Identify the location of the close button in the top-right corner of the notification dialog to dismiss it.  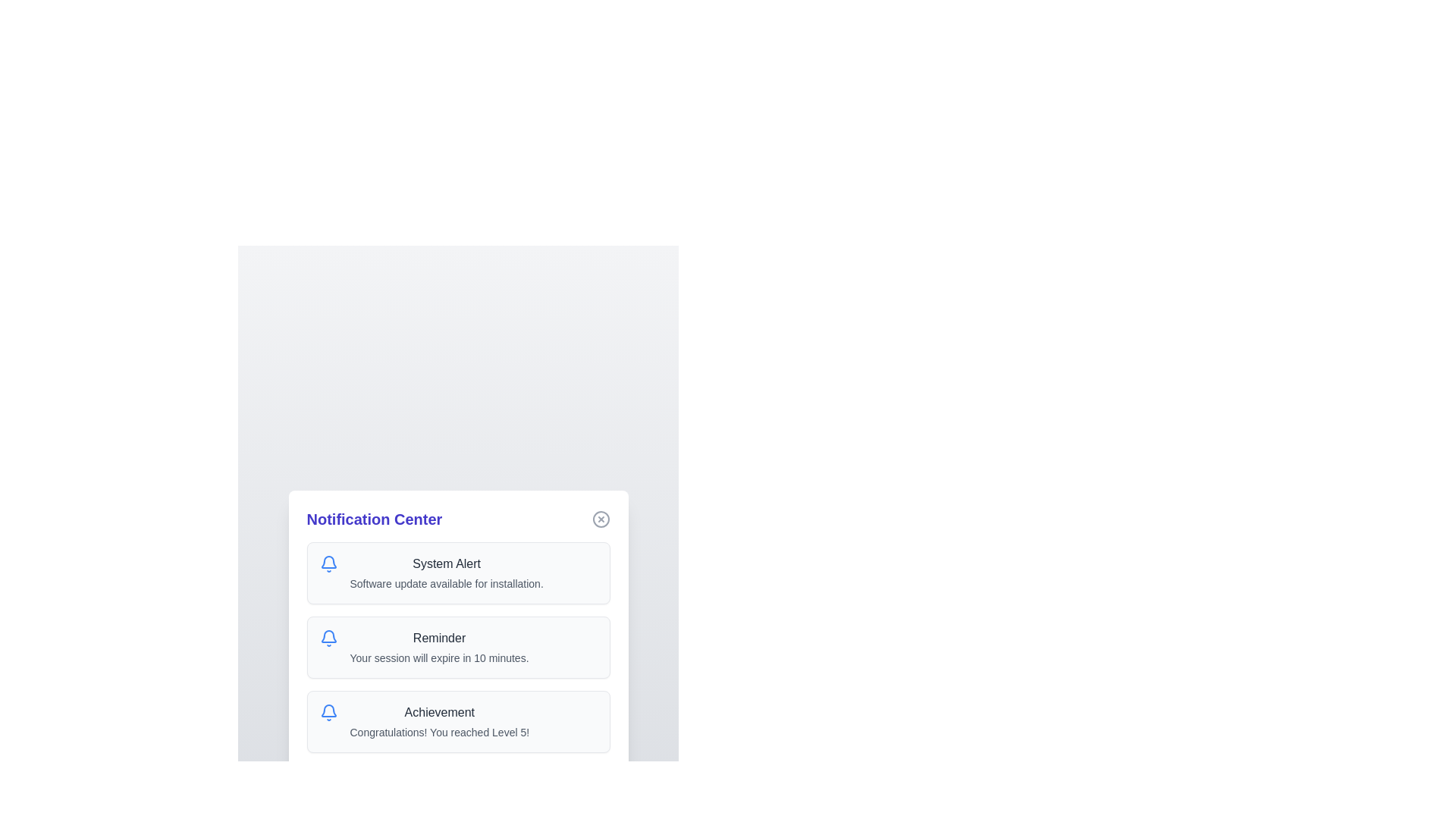
(600, 519).